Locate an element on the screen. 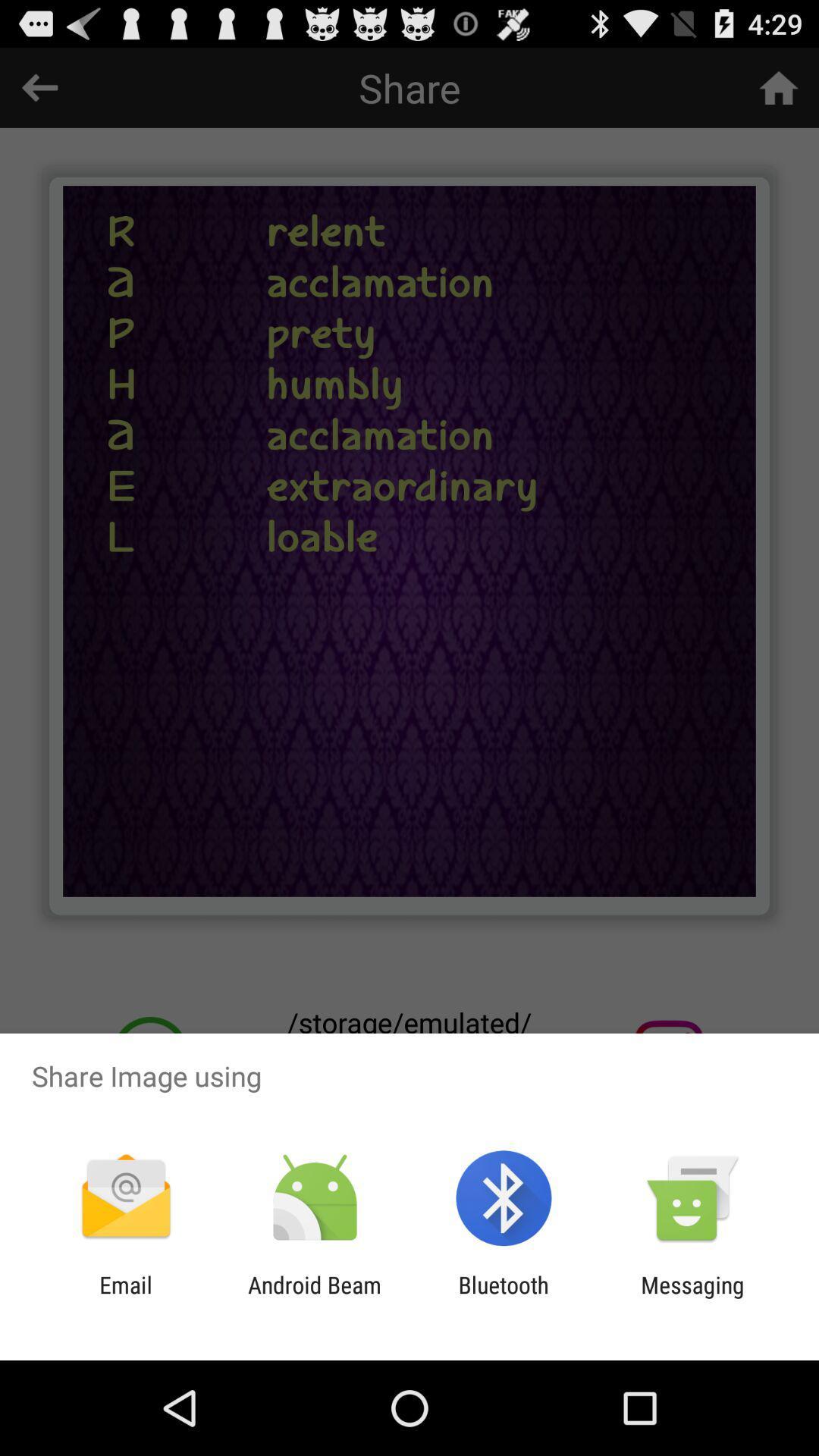 Image resolution: width=819 pixels, height=1456 pixels. item next to email item is located at coordinates (314, 1298).